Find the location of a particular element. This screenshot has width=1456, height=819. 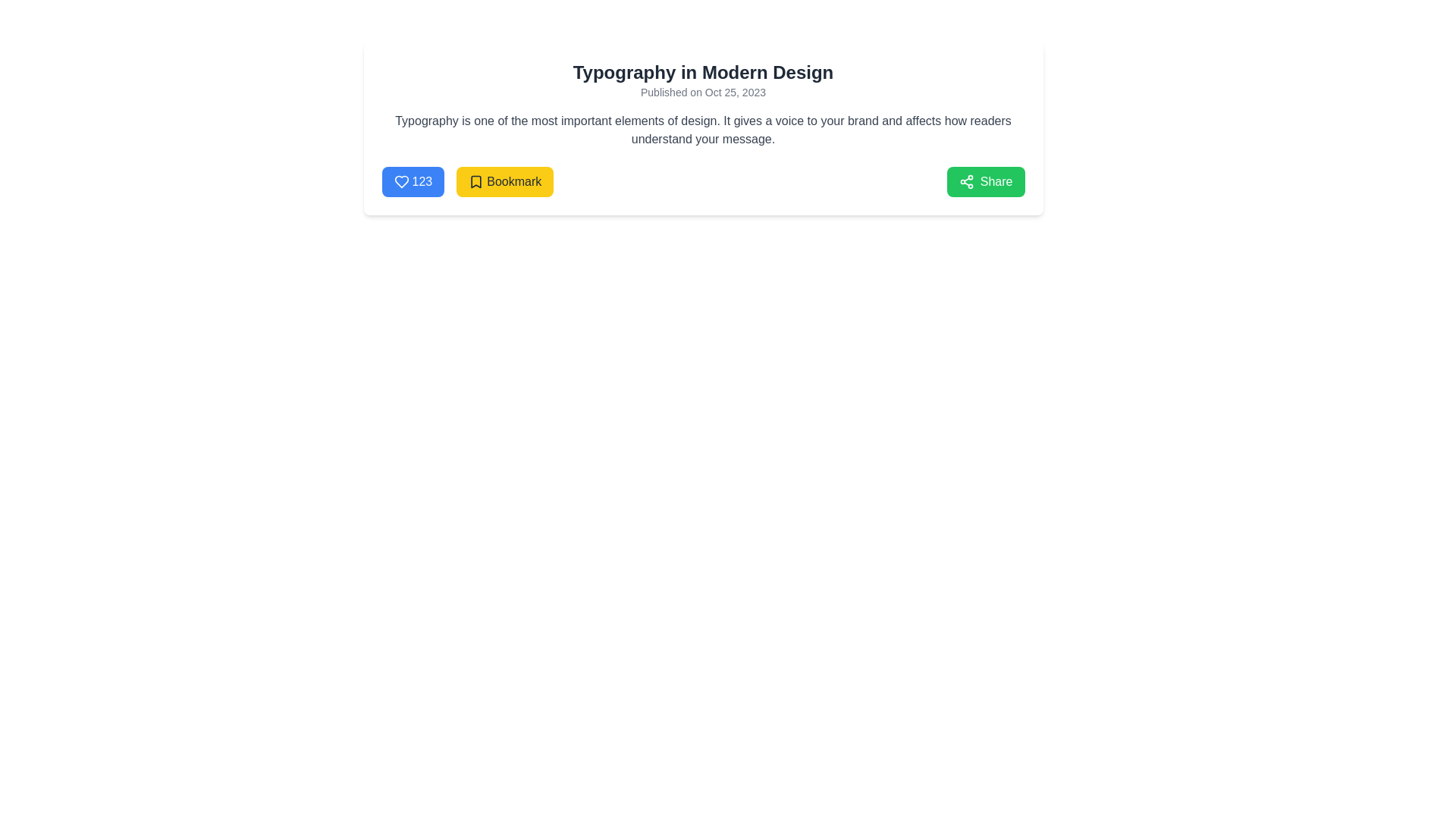

the stylized bookmark icon located on the left side of the 'Bookmark' button to possibly view a tooltip is located at coordinates (475, 180).